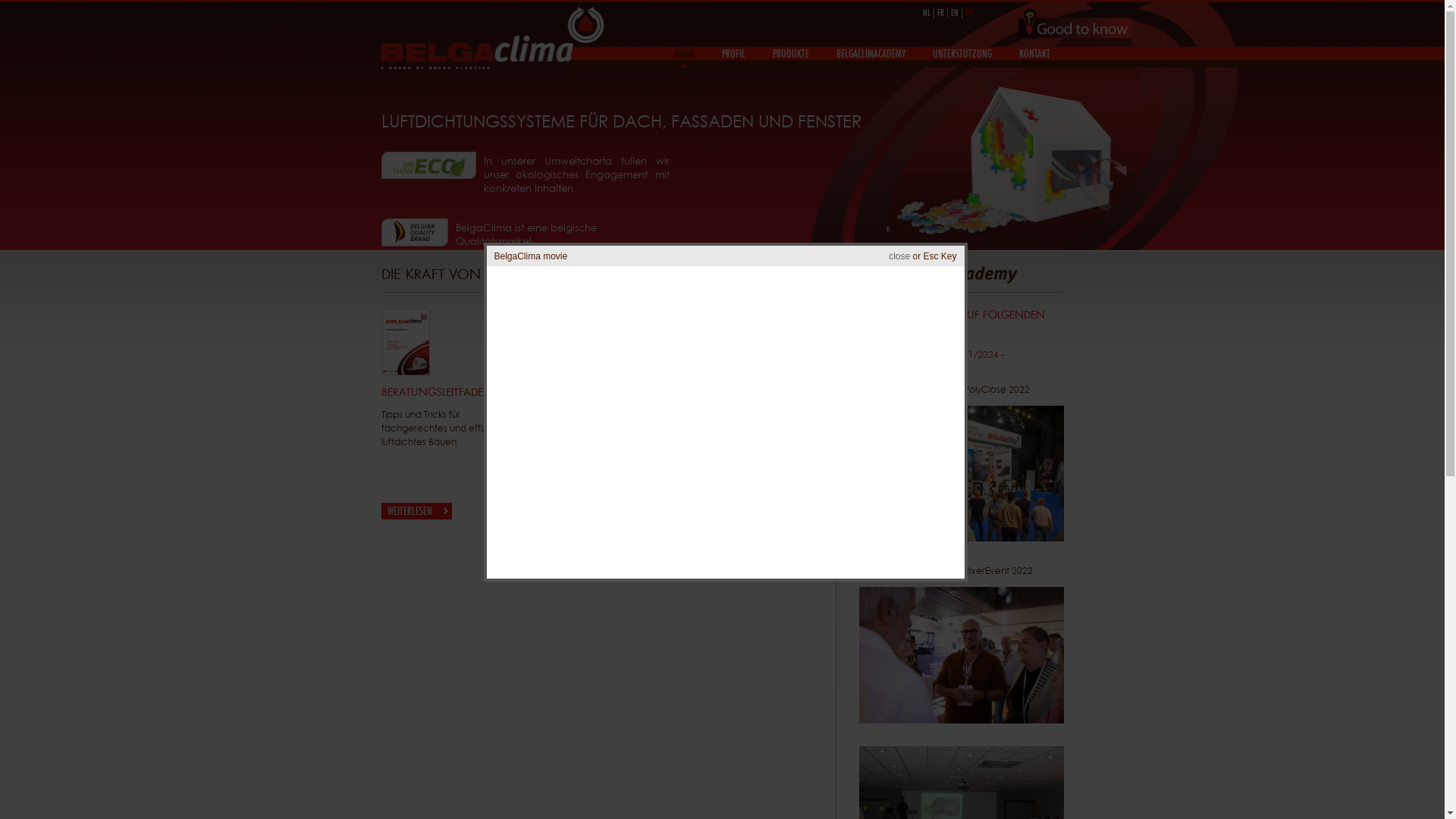  What do you see at coordinates (940, 12) in the screenshot?
I see `'FR'` at bounding box center [940, 12].